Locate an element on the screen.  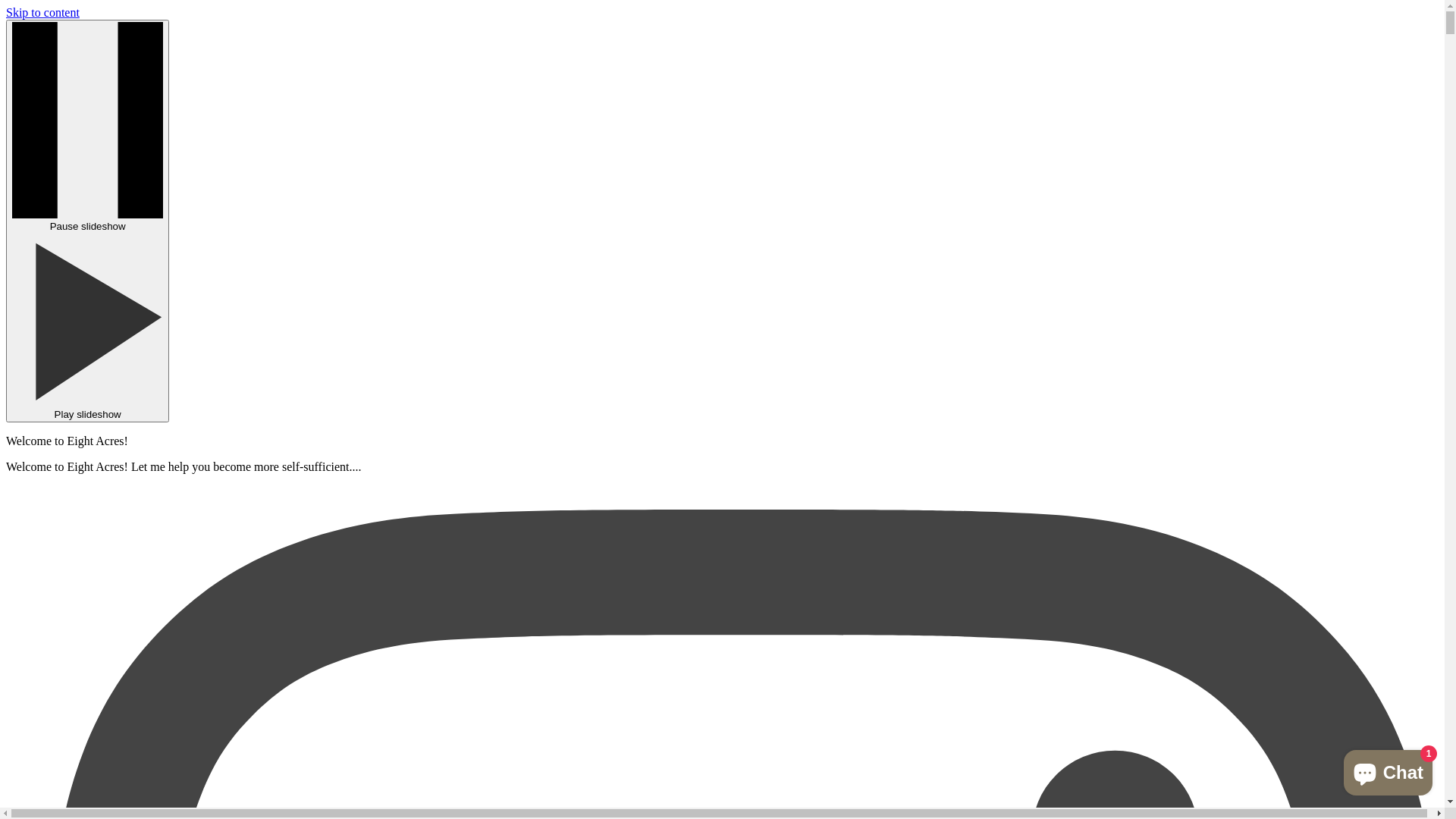
'Pause slideshow Play slideshow' is located at coordinates (86, 221).